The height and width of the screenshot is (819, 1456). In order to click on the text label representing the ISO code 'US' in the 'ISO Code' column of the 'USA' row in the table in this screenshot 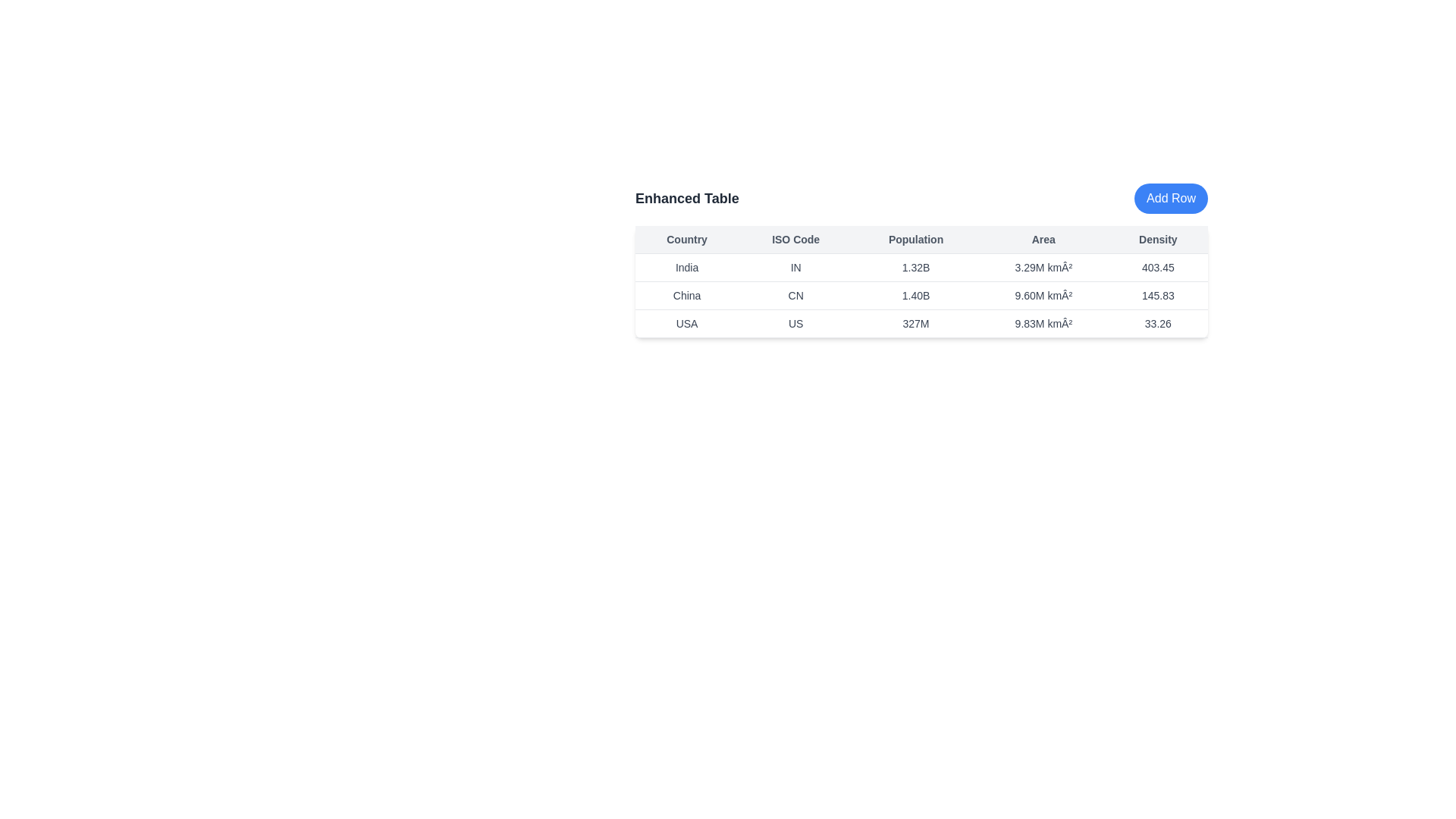, I will do `click(795, 323)`.